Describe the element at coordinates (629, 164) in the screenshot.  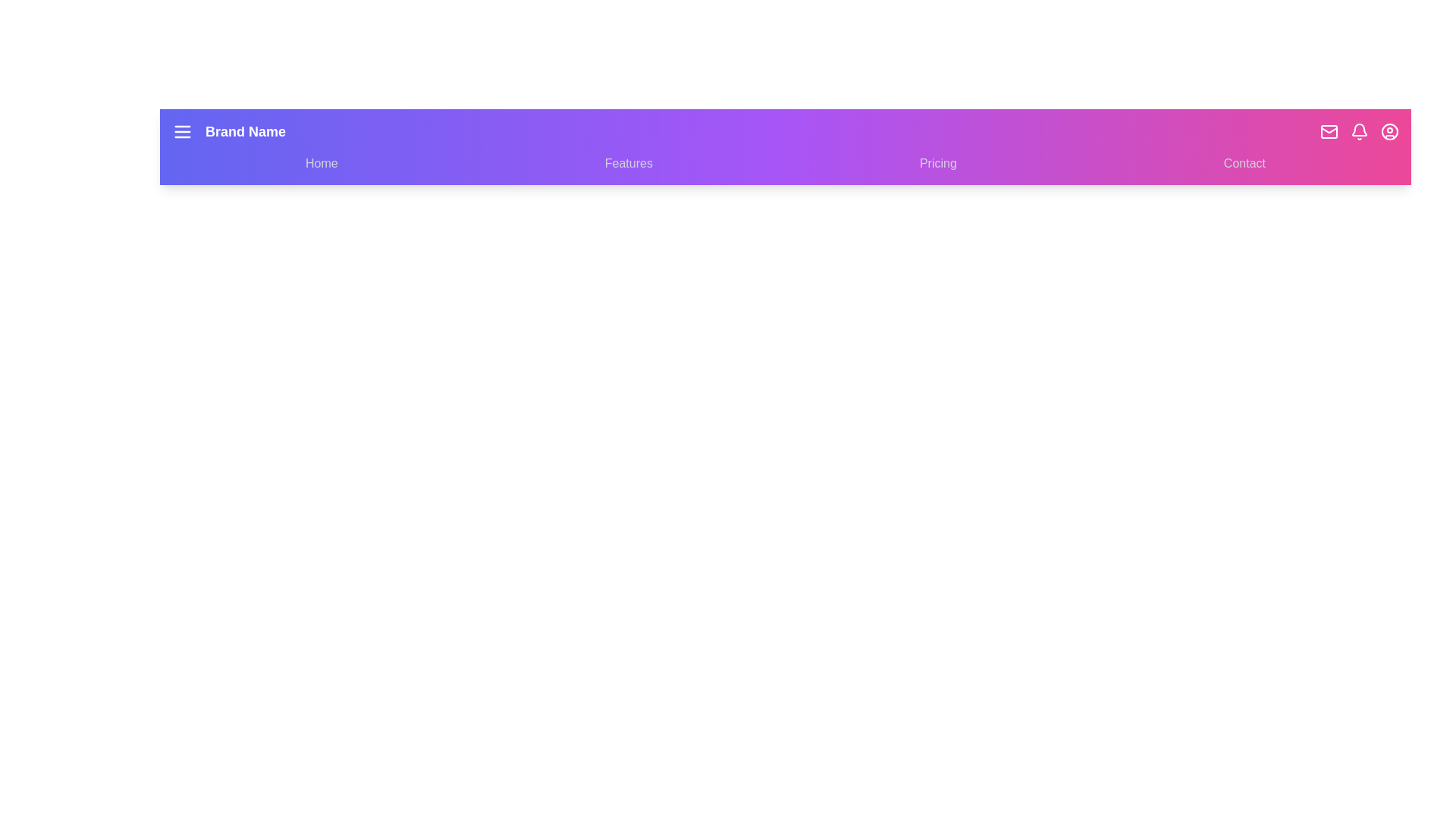
I see `the navigation link labeled Features` at that location.